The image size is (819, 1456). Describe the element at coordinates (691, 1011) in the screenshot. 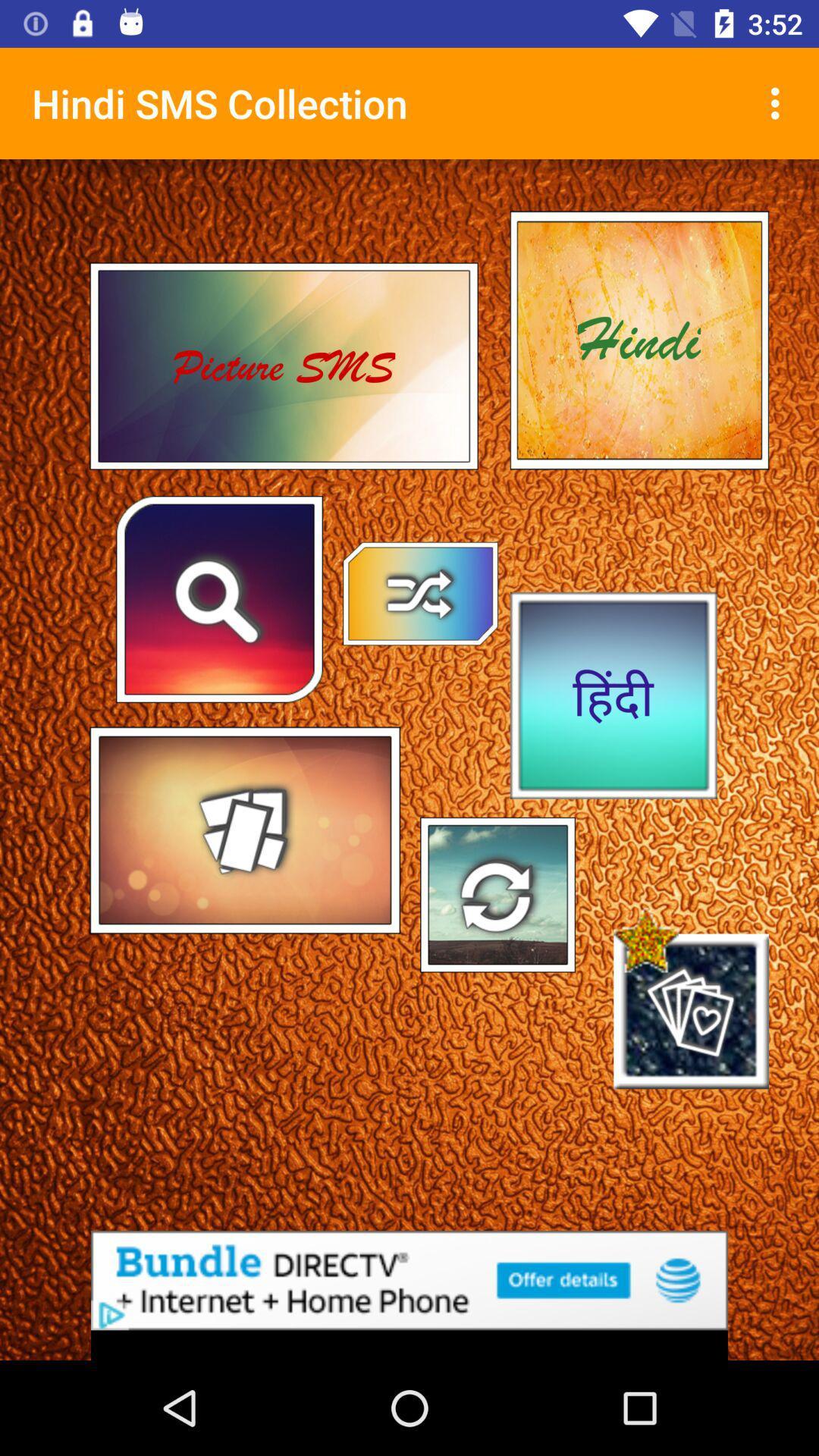

I see `the playing cards icon` at that location.